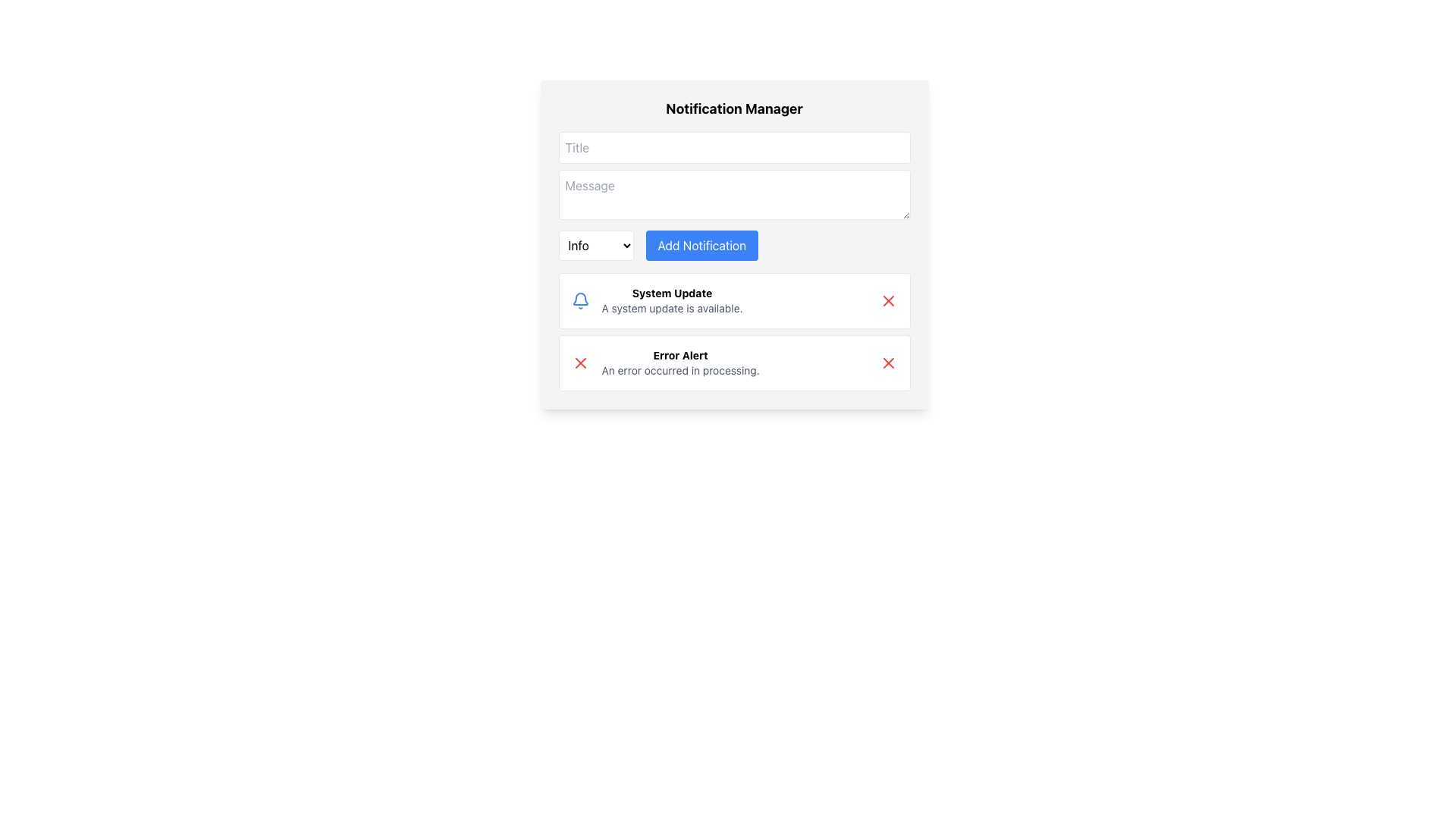 This screenshot has height=819, width=1456. Describe the element at coordinates (679, 371) in the screenshot. I see `the detailed description text of the 'Error Alert' notification located in the 'Notification Manager' panel, which is positioned directly below the 'Error Alert' title` at that location.